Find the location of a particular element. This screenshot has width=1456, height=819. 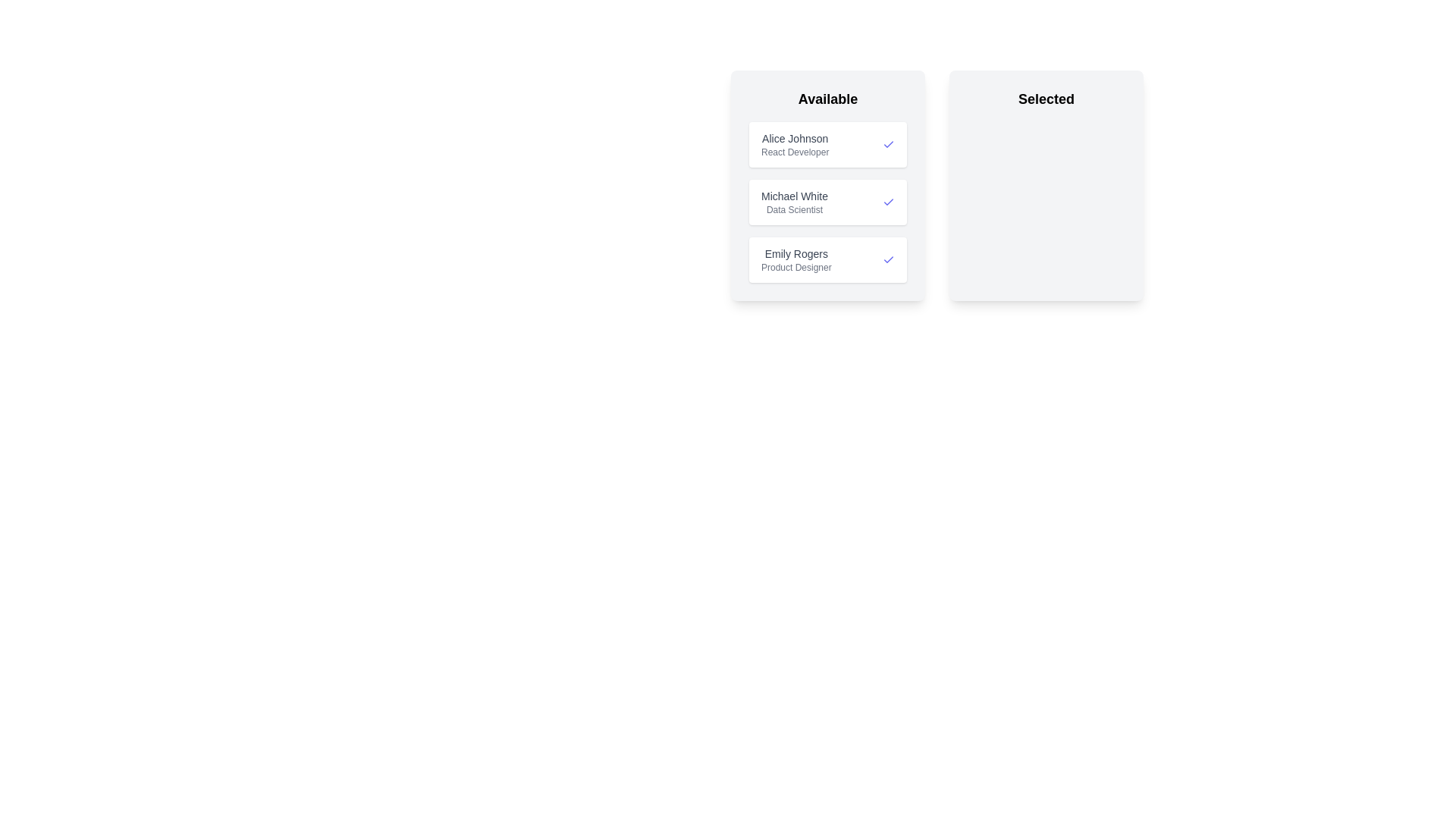

the 'Check' icon for the candidate named Emily Rogers to move them to the 'Selected' list is located at coordinates (888, 259).